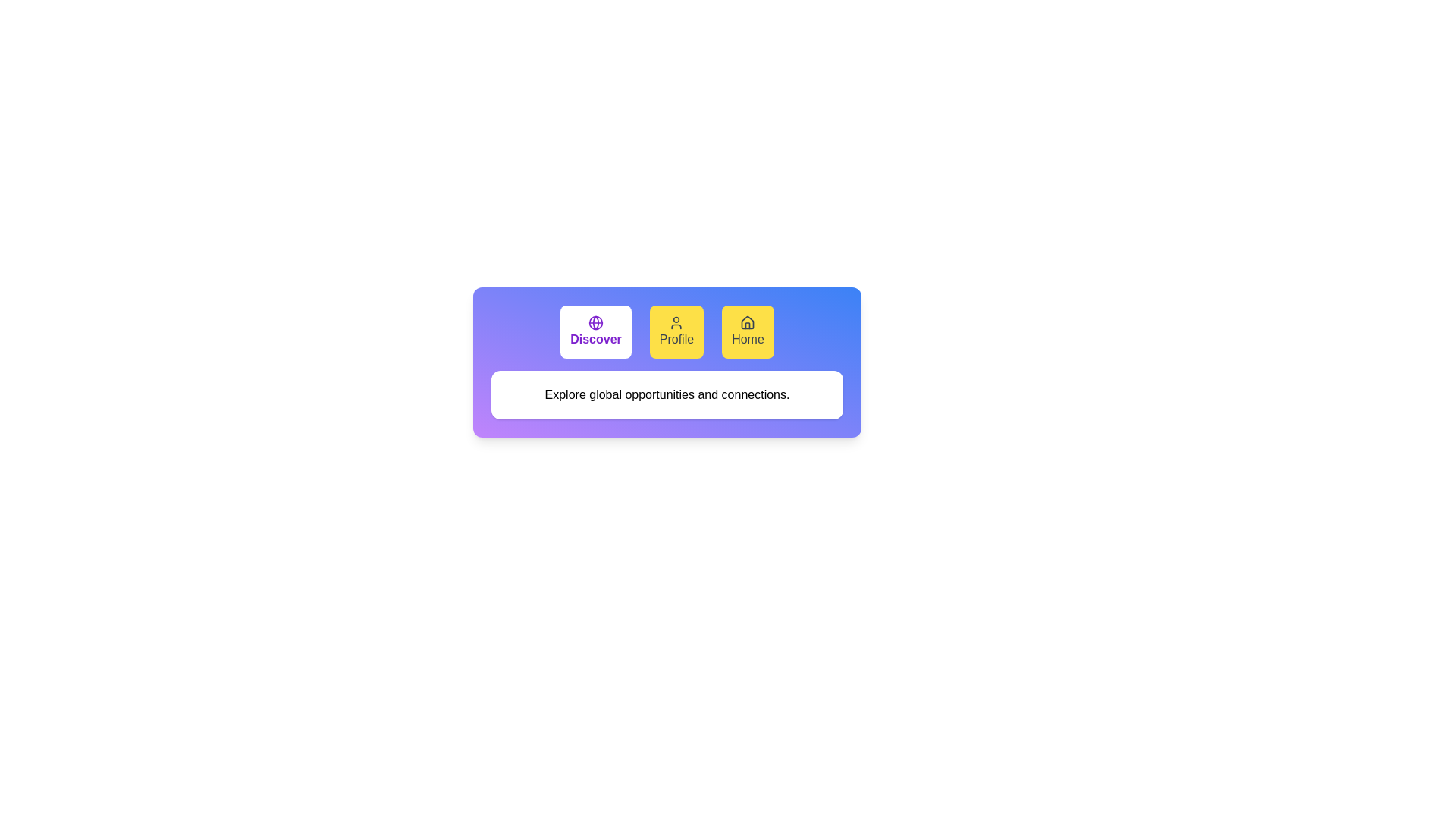 The height and width of the screenshot is (819, 1456). I want to click on the 'Profile' button, which has a yellow background and gray text, so click(676, 331).